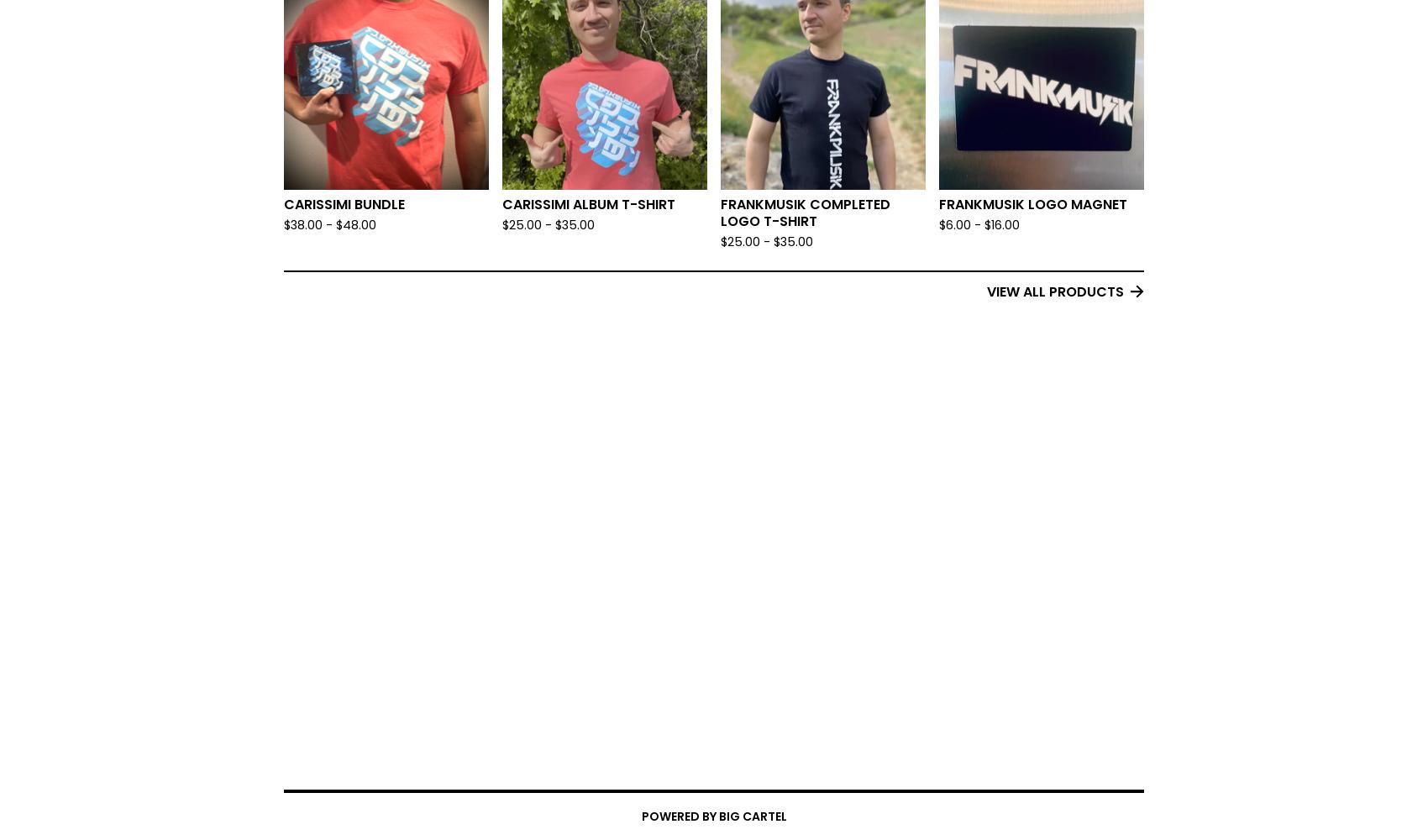 The height and width of the screenshot is (840, 1428). What do you see at coordinates (1032, 203) in the screenshot?
I see `'Frankmusik Logo Magnet'` at bounding box center [1032, 203].